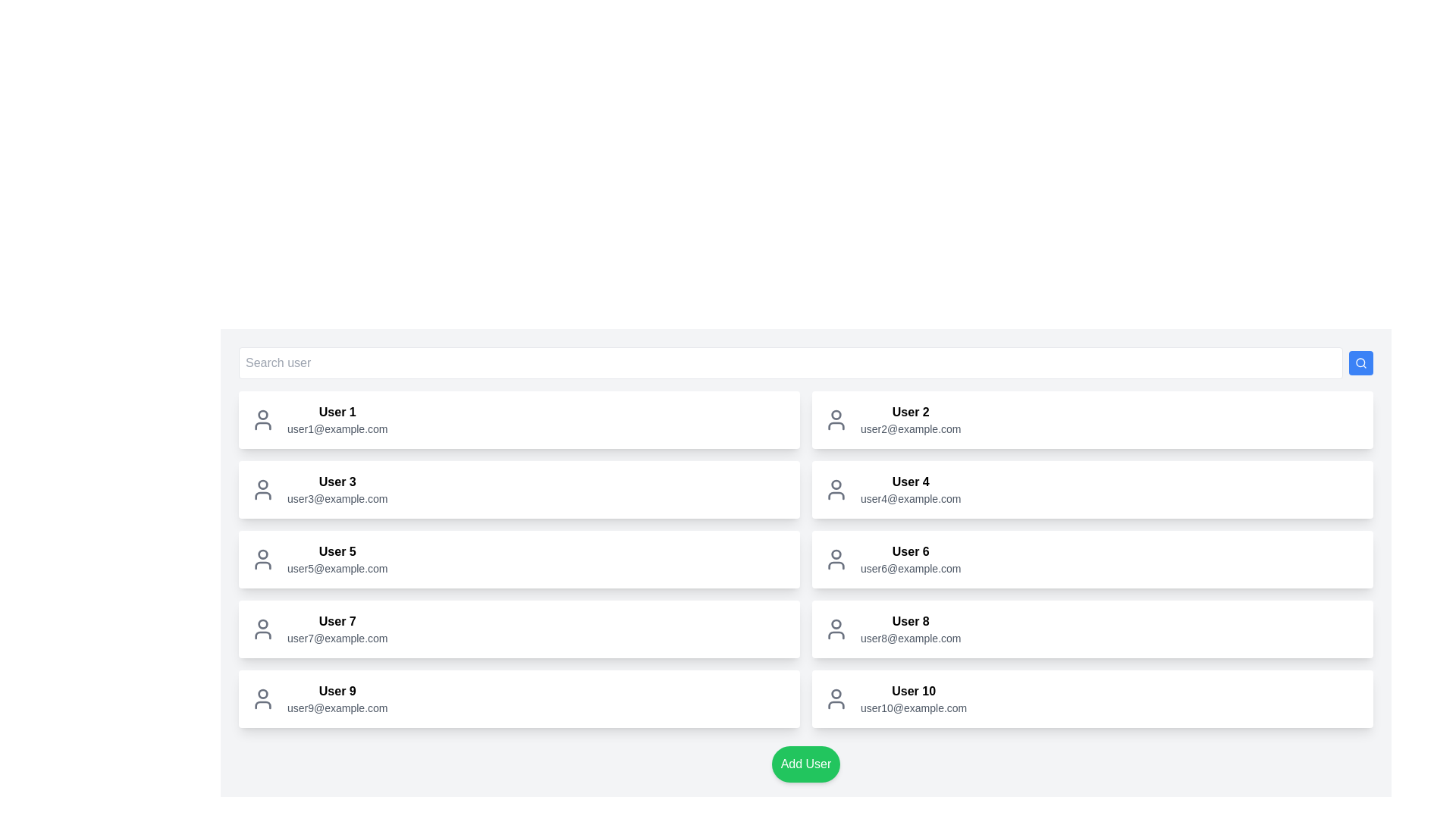 This screenshot has height=819, width=1456. I want to click on the circular graphic representing the user profile icon for 'User 7', which is the fourth item in the left column of the user list, so click(262, 623).